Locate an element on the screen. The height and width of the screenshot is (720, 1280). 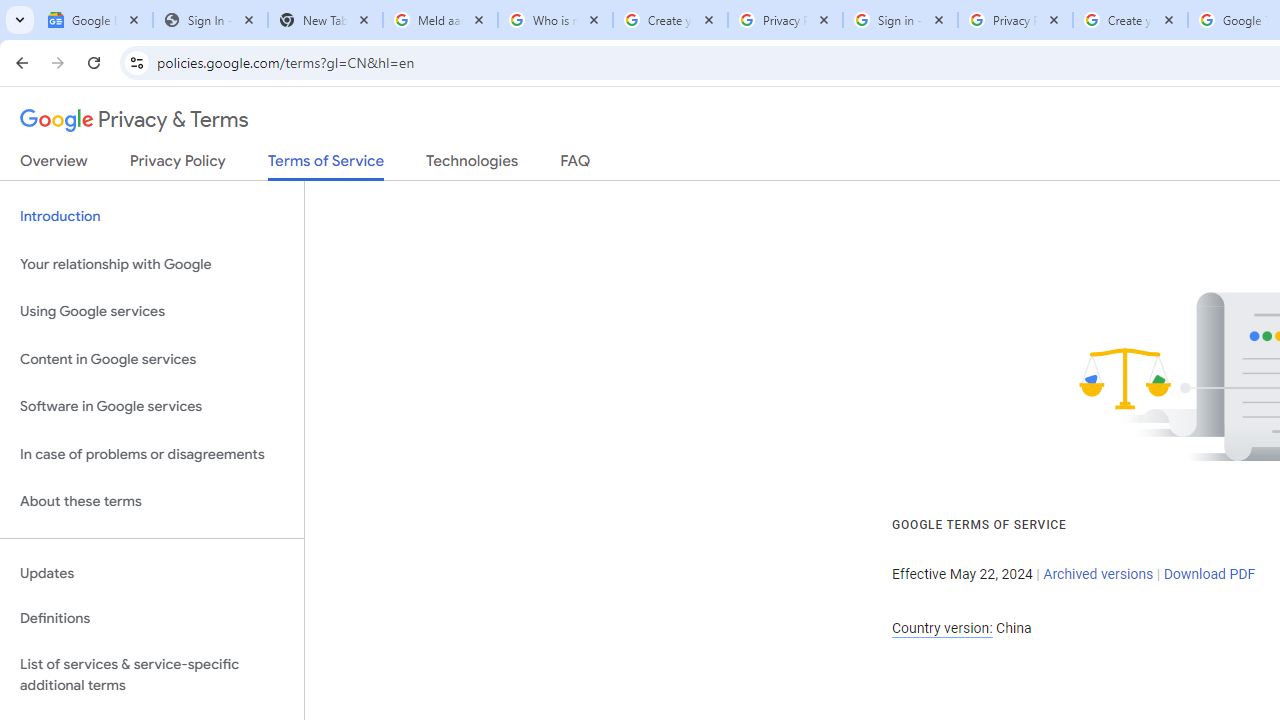
'In case of problems or disagreements' is located at coordinates (151, 454).